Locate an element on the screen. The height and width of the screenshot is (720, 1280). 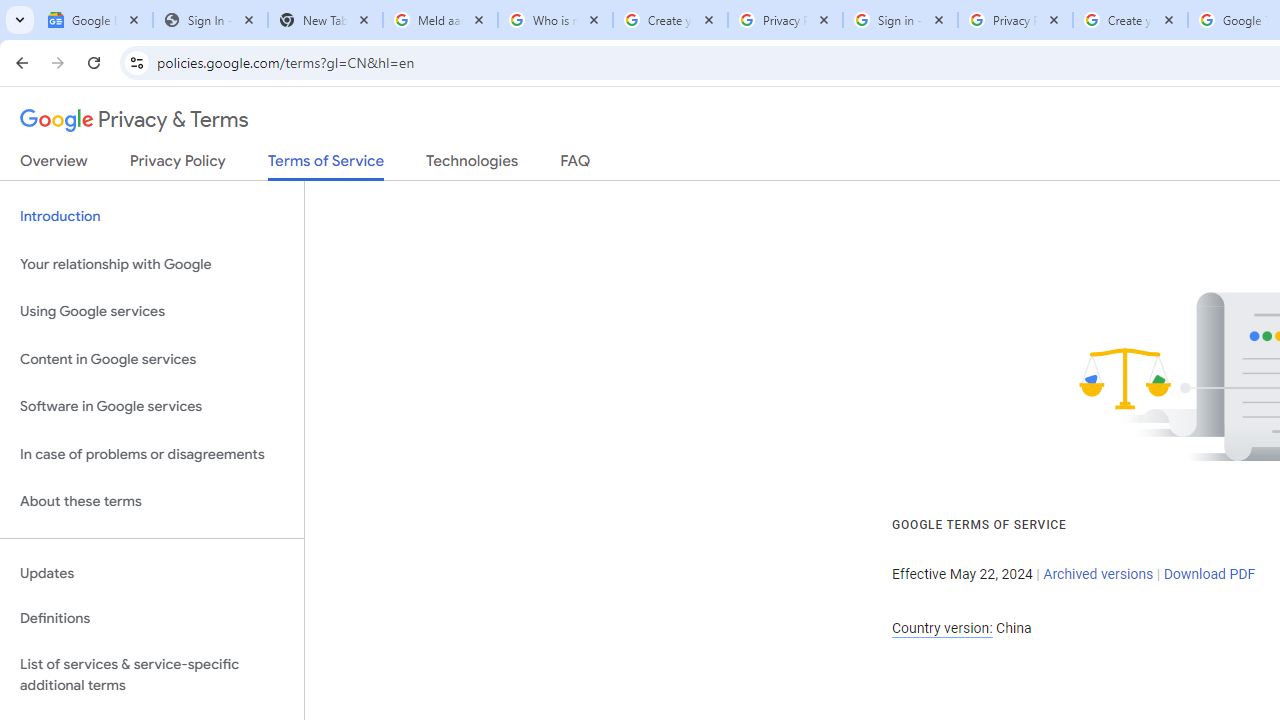
'In case of problems or disagreements' is located at coordinates (151, 454).